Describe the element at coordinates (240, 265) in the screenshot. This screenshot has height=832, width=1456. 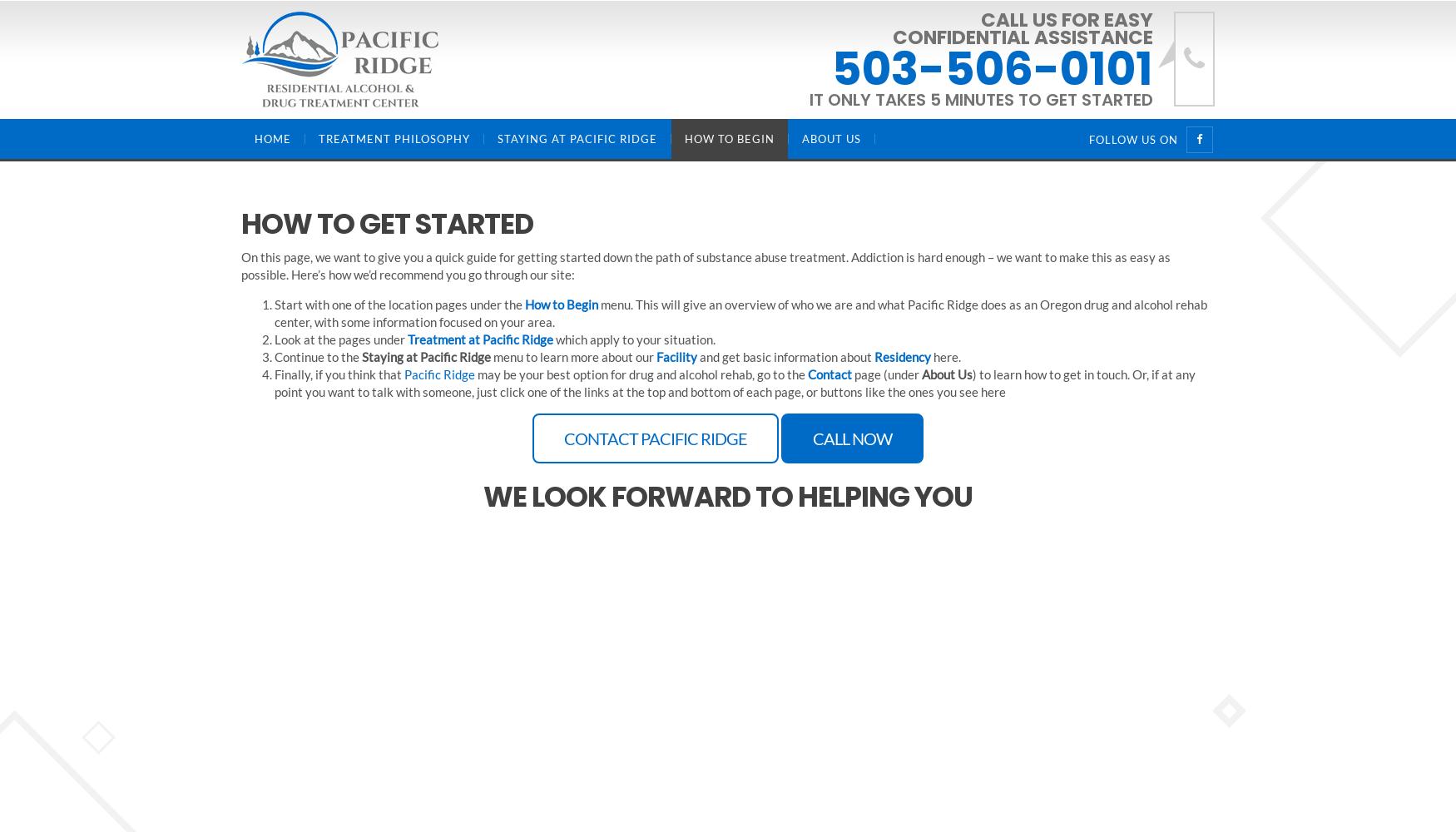
I see `'On this page, we want to give you a quick guide for getting started down the path of substance abuse treatment. Addiction is hard enough – we want to make this as easy as possible. Here’s how we’d recommend you go through our site:'` at that location.